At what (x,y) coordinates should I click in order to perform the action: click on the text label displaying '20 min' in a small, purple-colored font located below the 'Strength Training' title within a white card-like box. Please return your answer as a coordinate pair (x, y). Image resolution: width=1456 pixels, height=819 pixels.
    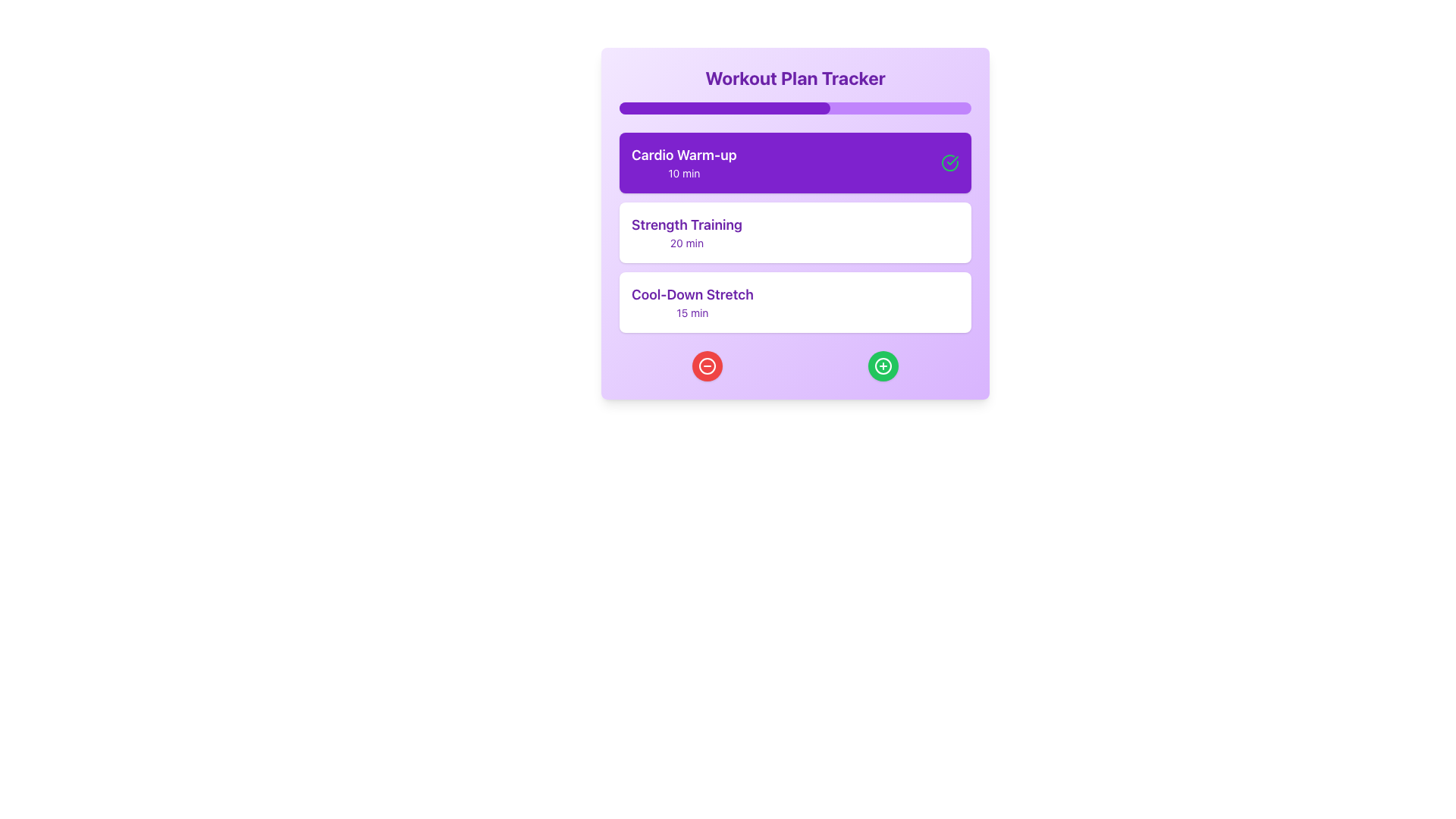
    Looking at the image, I should click on (686, 242).